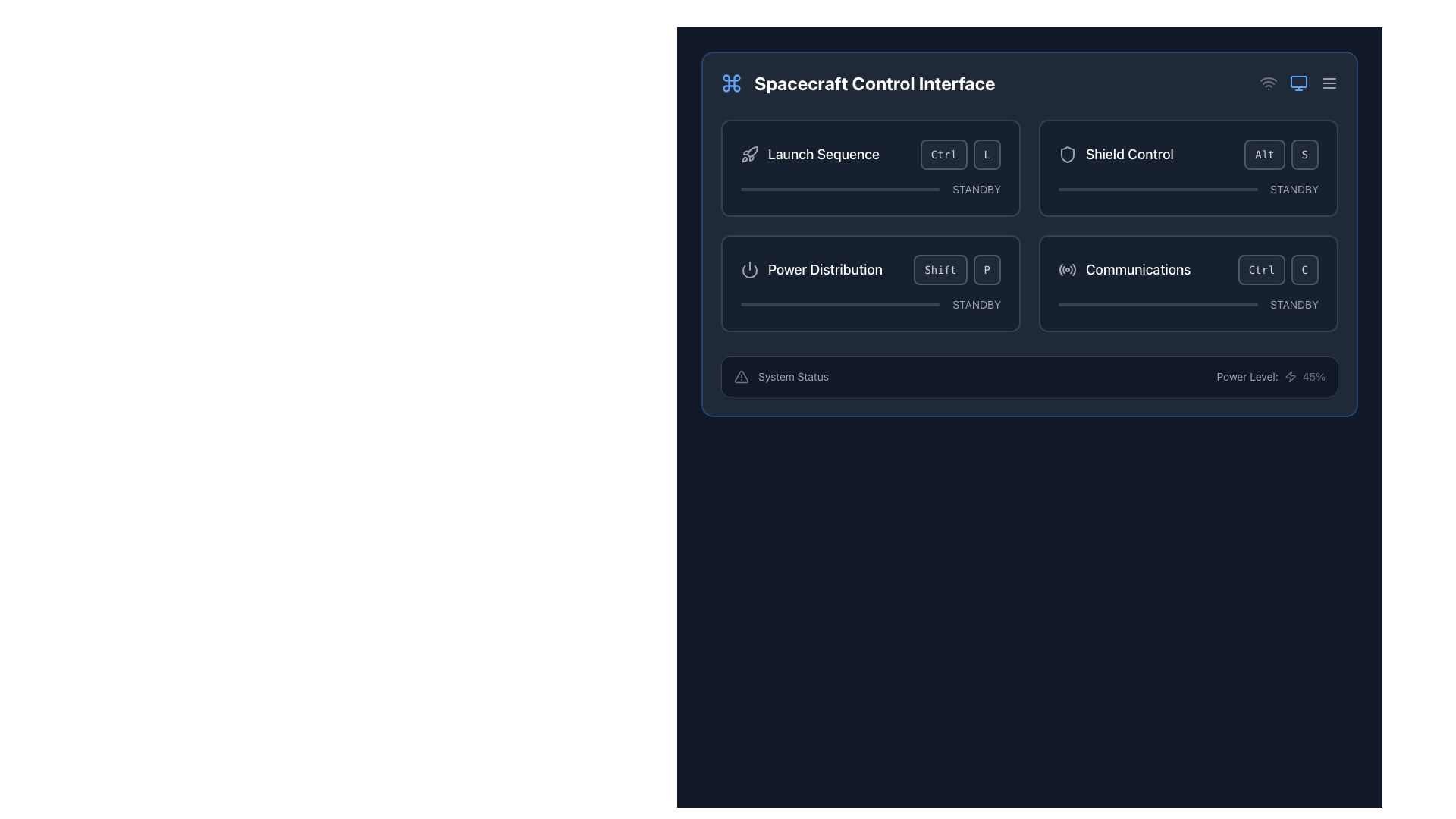  What do you see at coordinates (1066, 268) in the screenshot?
I see `the decorative or status icon in the 'Communications' section located at the bottom-right quadrant of the interface, positioned to the left of the 'Communications' text` at bounding box center [1066, 268].